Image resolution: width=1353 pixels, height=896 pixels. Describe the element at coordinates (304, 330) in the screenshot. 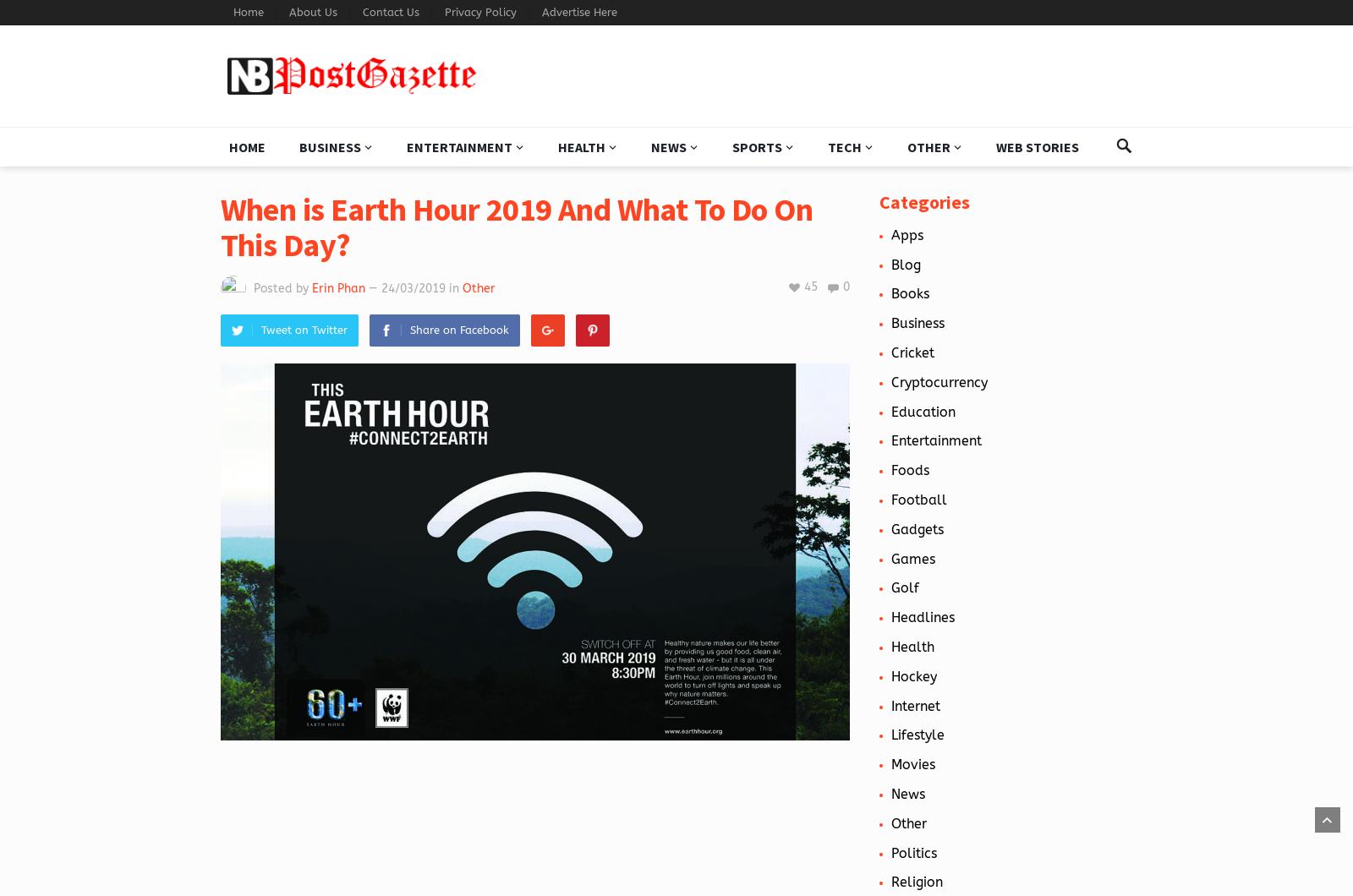

I see `'Tweet on Twitter'` at that location.